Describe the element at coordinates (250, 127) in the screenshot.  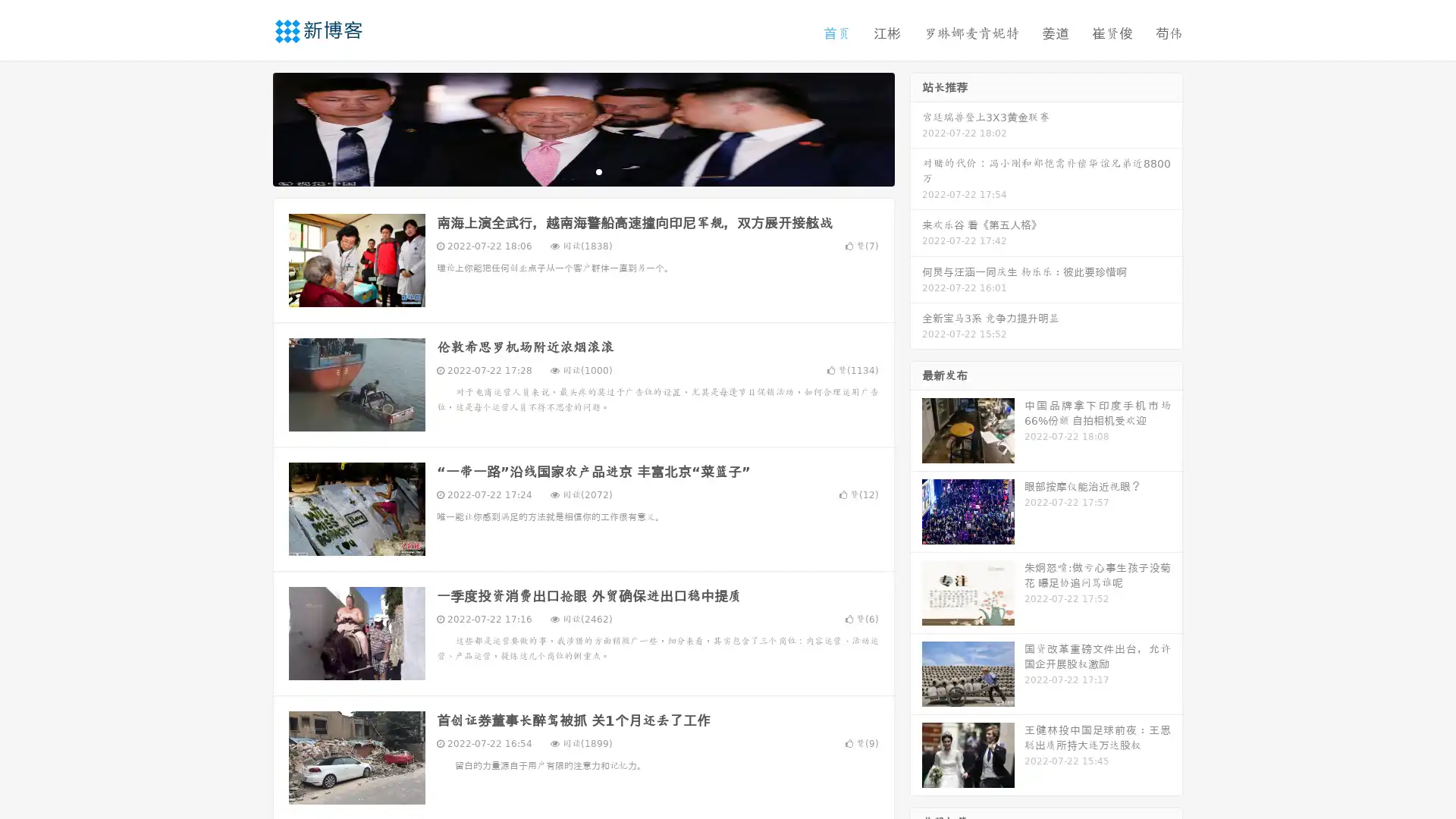
I see `Previous slide` at that location.